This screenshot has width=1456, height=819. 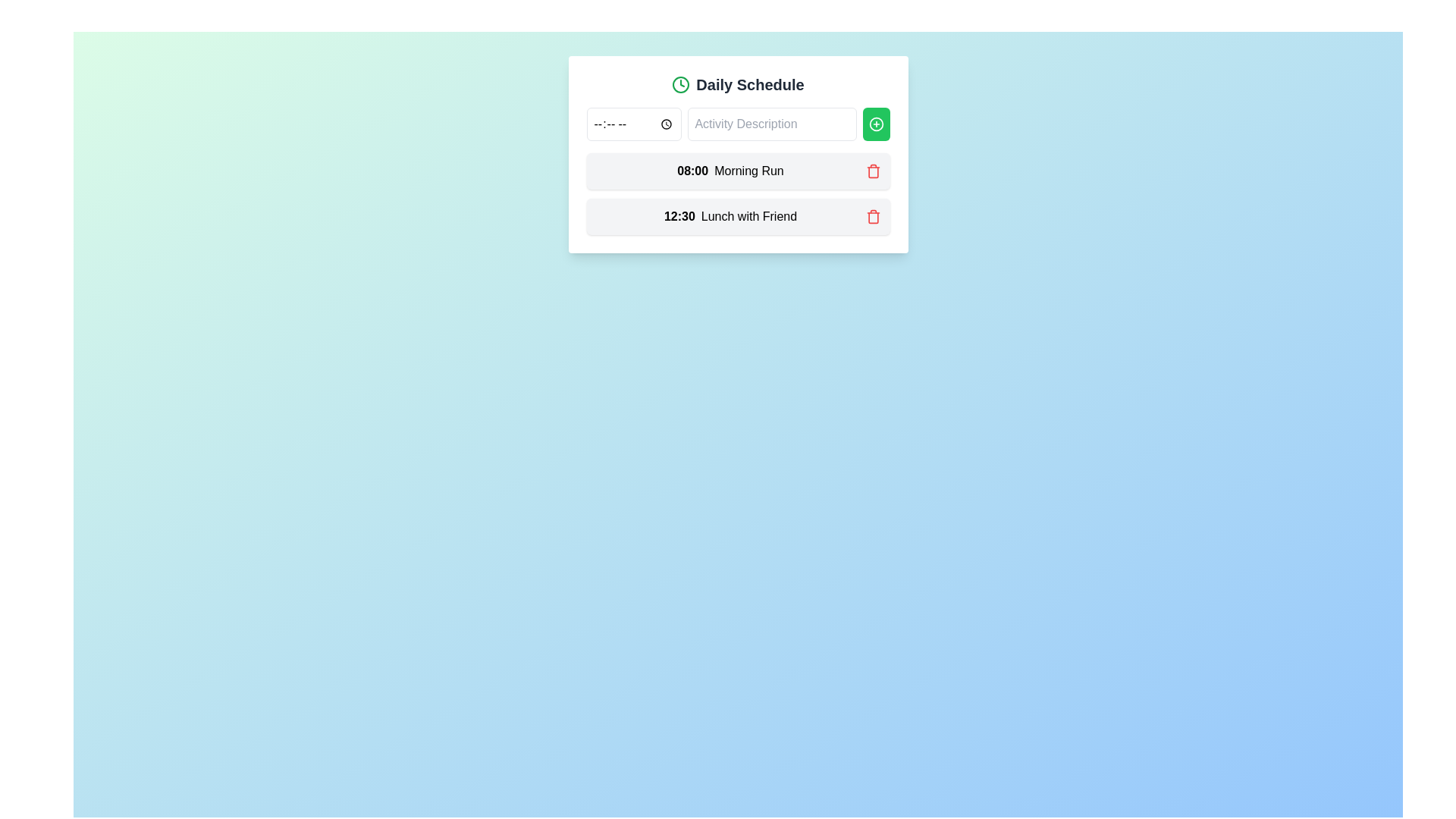 What do you see at coordinates (730, 216) in the screenshot?
I see `information presented in the text block displaying '12:30 Lunch with Friend', which is the second item in the daily schedule interface` at bounding box center [730, 216].